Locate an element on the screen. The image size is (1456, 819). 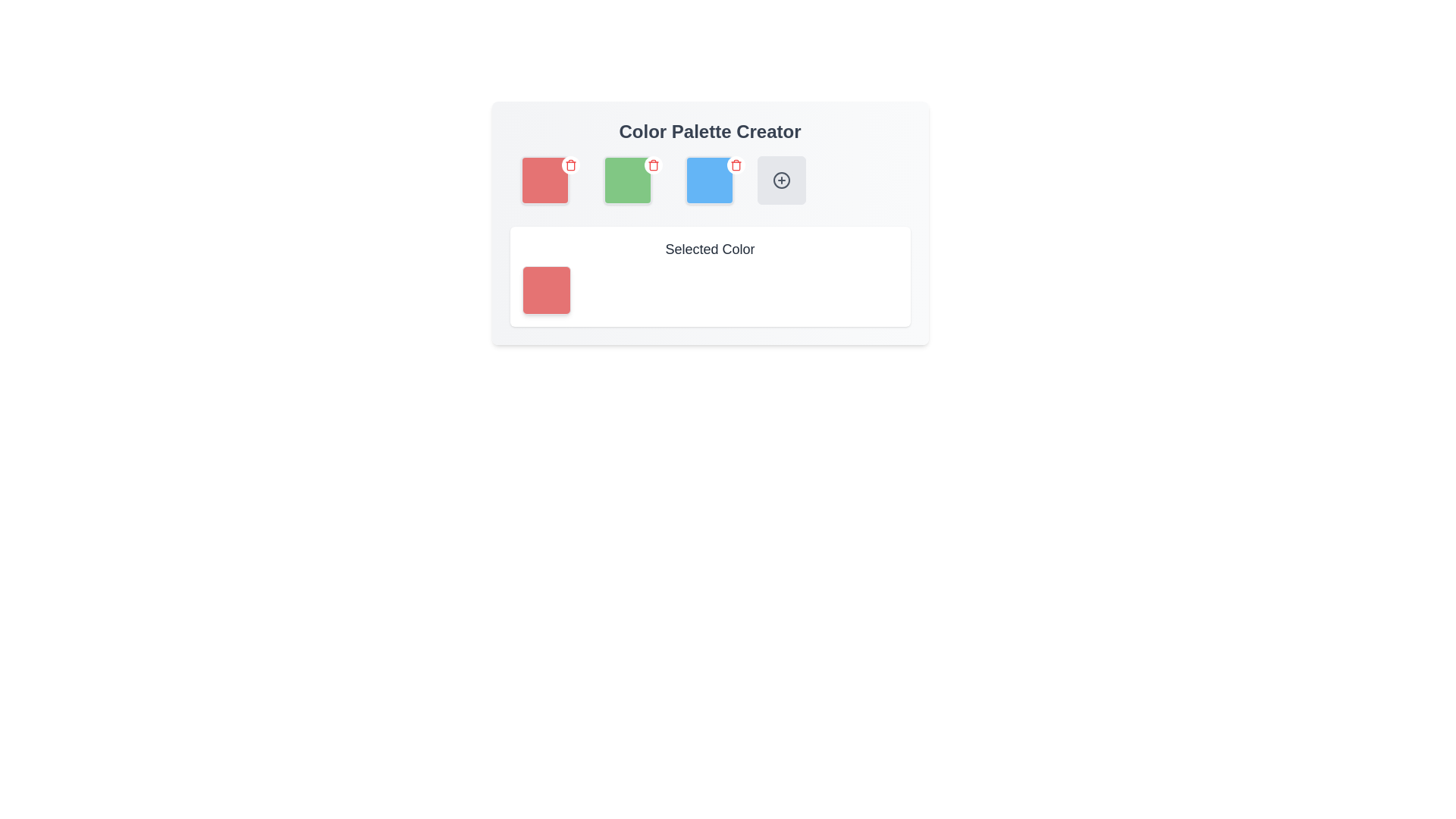
the small, red-colored trash can icon located at the top-right corner of the blue square in the color palette section is located at coordinates (736, 165).